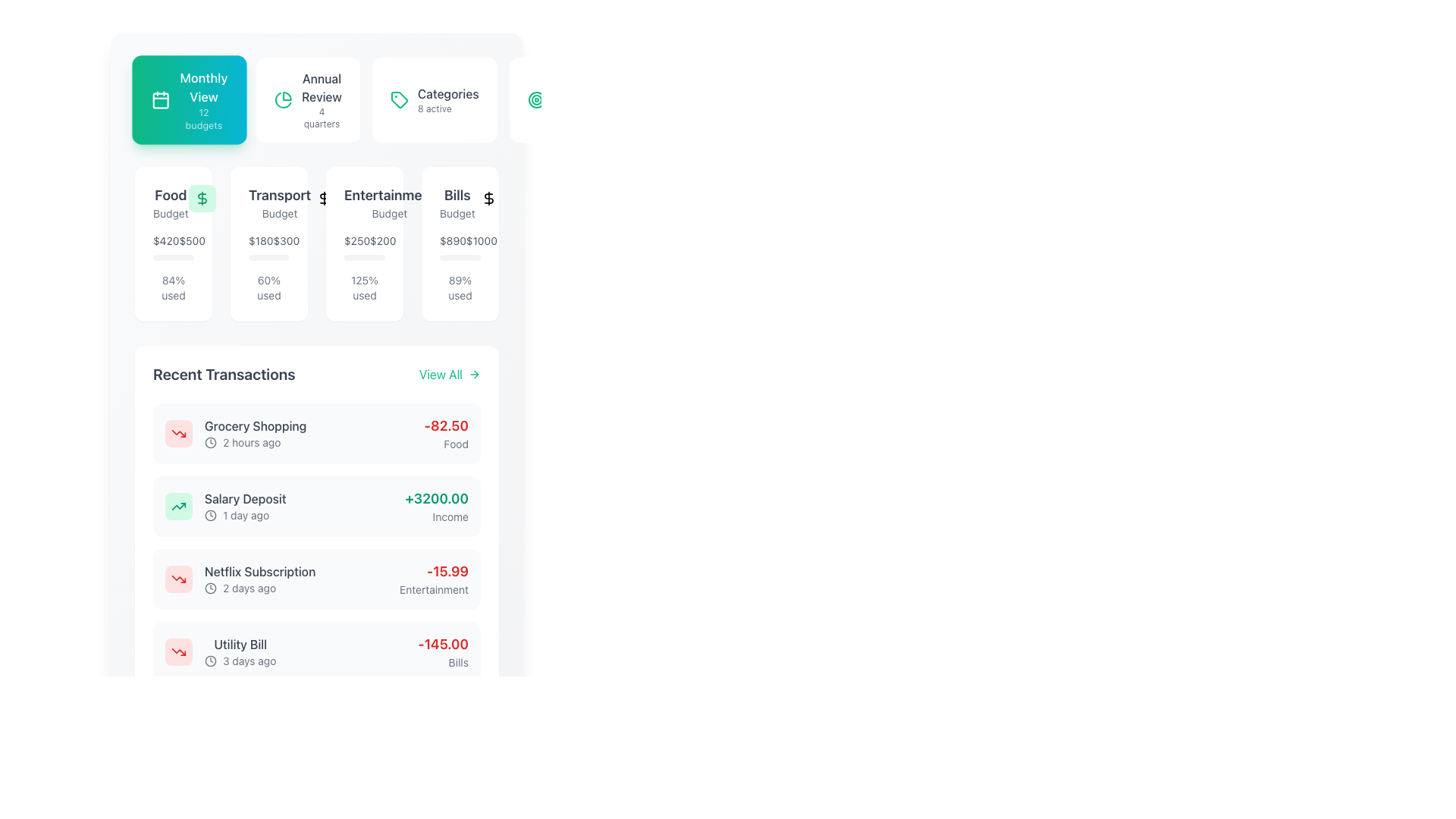 This screenshot has width=1456, height=819. I want to click on the text label displaying '89% used', located in the budget summary block labeled 'Bills', positioned at the lower-right part beneath the progress bar, so click(459, 288).